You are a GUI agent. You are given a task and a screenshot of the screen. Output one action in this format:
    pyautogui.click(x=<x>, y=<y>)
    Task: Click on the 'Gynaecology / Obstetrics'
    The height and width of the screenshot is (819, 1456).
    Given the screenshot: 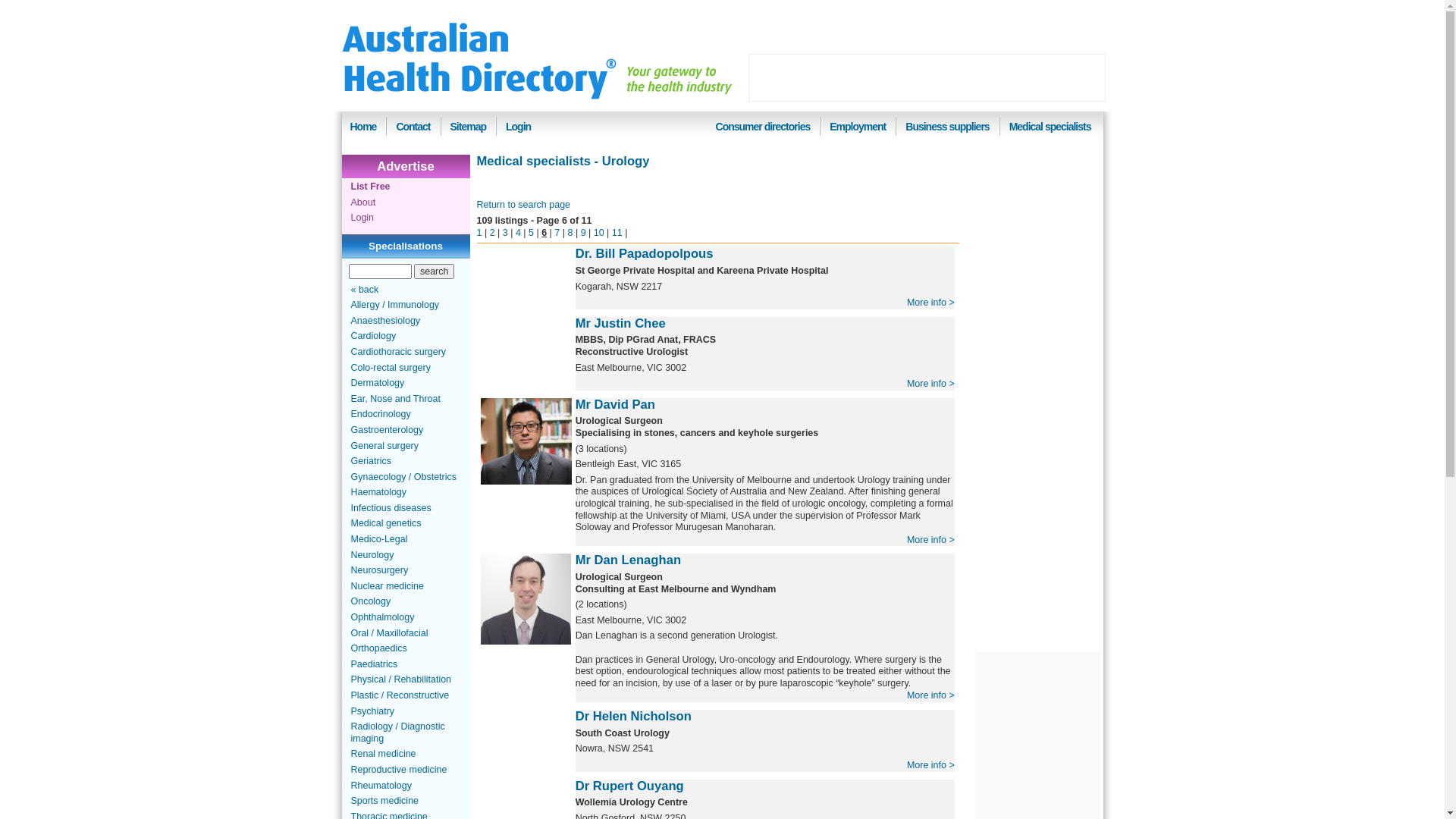 What is the action you would take?
    pyautogui.click(x=403, y=475)
    